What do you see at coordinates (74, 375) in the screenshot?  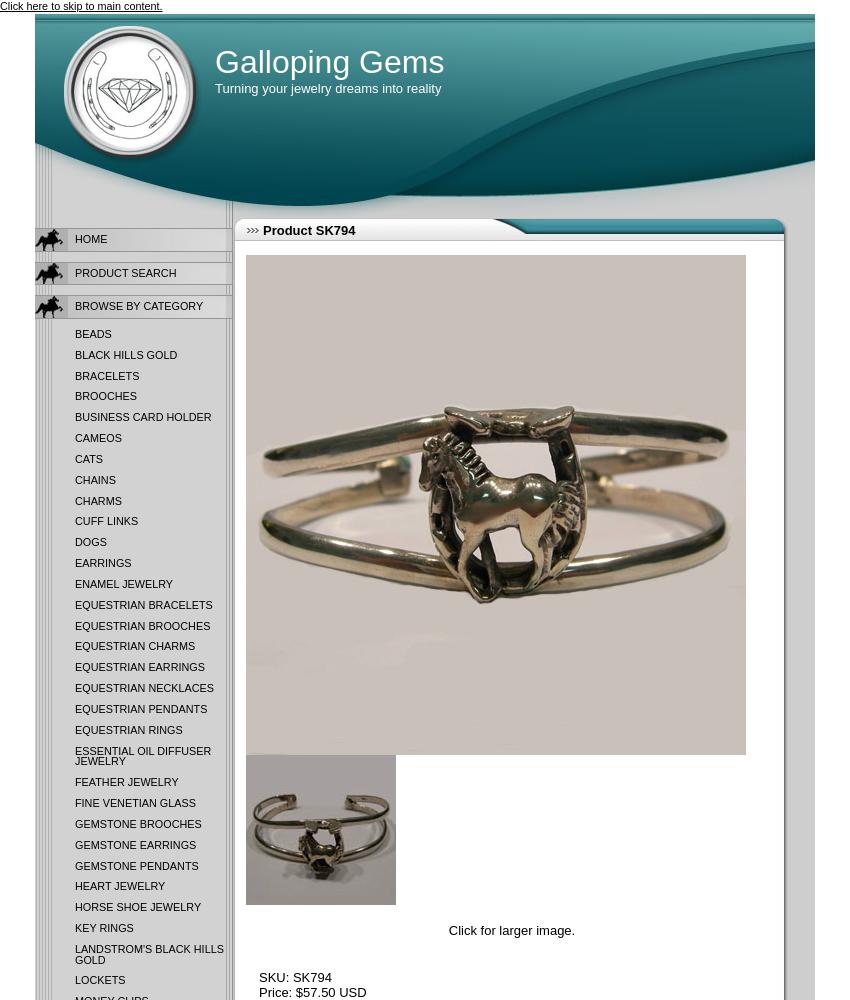 I see `'Bracelets'` at bounding box center [74, 375].